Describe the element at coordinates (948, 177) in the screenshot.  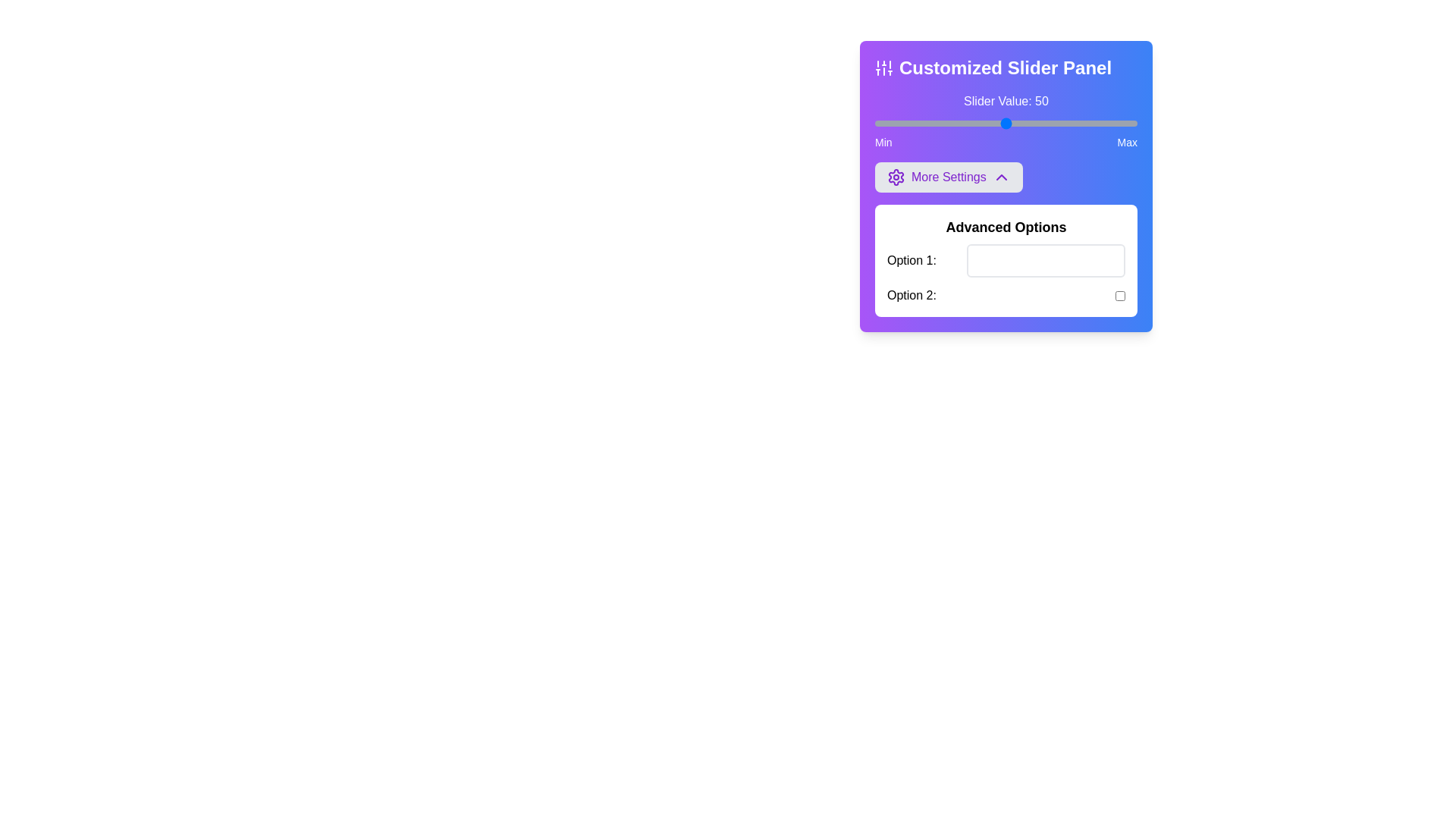
I see `the button that toggles the visibility of the 'Advanced Options' section` at that location.